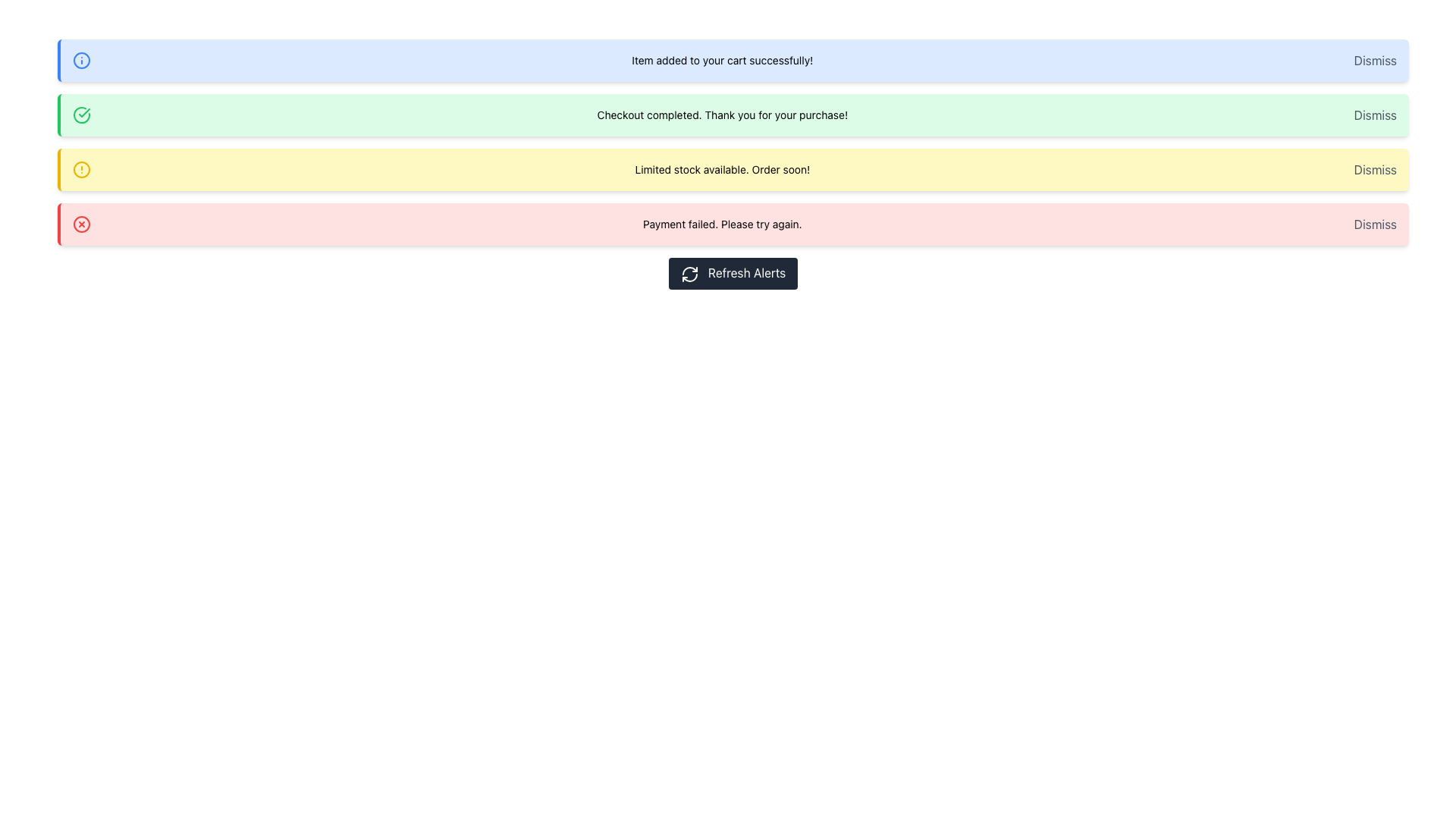 This screenshot has height=819, width=1456. I want to click on the text element displaying 'Item added to your cart successfully!' within the light blue alert box, so click(721, 60).